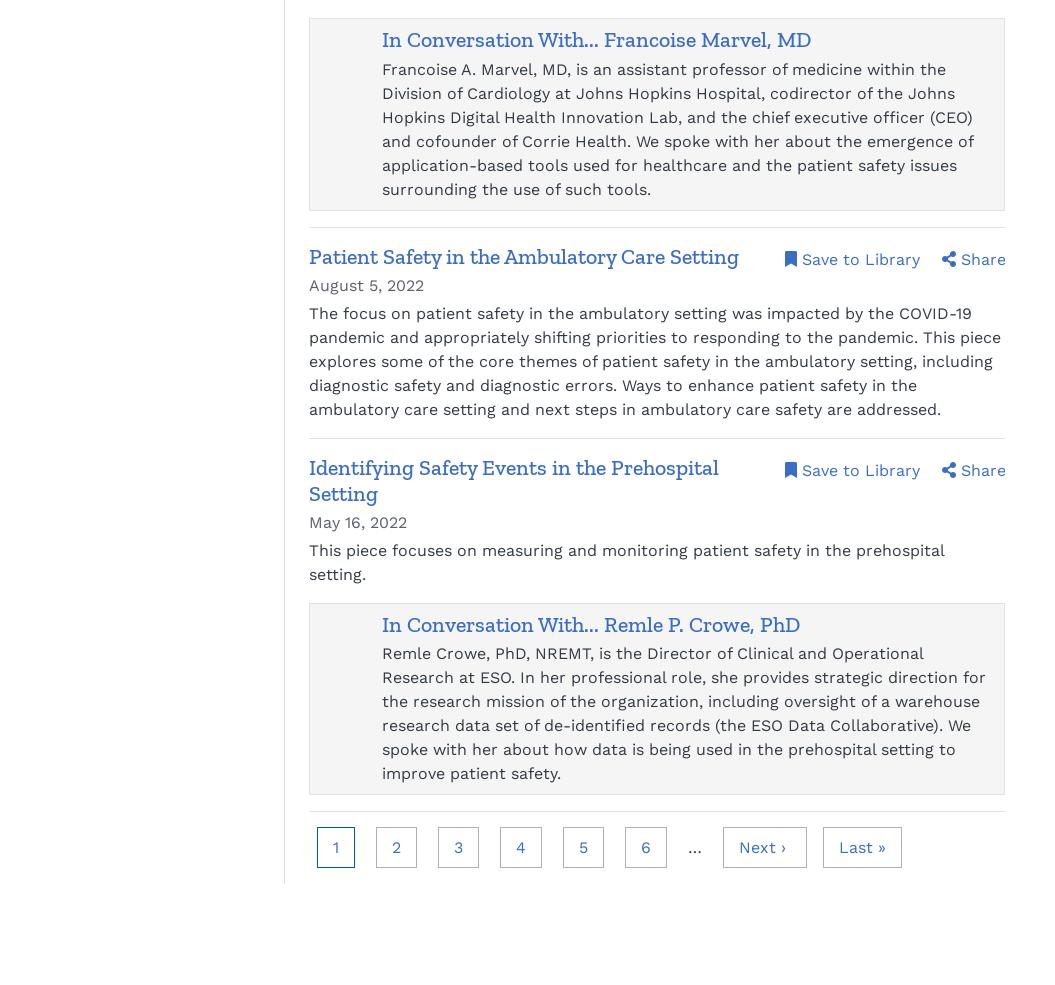 The height and width of the screenshot is (985, 1055). What do you see at coordinates (682, 713) in the screenshot?
I see `'Remle Crowe, PhD, NREMT, is the Director of Clinical and Operational Research at ESO. In her professional role, she provides strategic direction for the research mission of the organization, including oversight of a warehouse research data set of de-identified records (the ESO Data Collaborative). We spoke with her about how data is being used in the prehospital setting to improve patient safety.'` at bounding box center [682, 713].